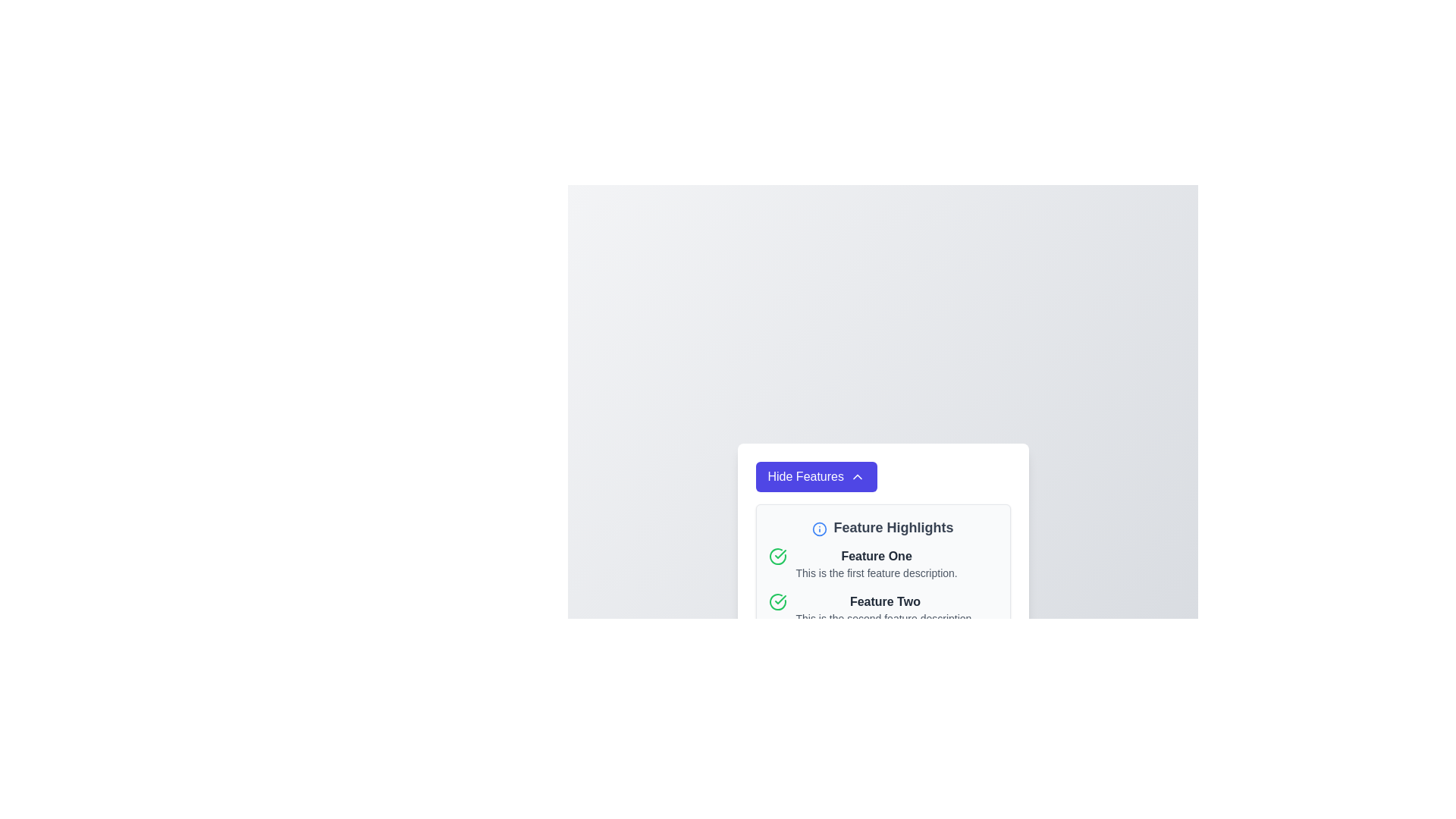 The image size is (1456, 819). Describe the element at coordinates (877, 564) in the screenshot. I see `title and description of the first feature in the list of highlighted features located under the 'Feature Highlights' heading` at that location.